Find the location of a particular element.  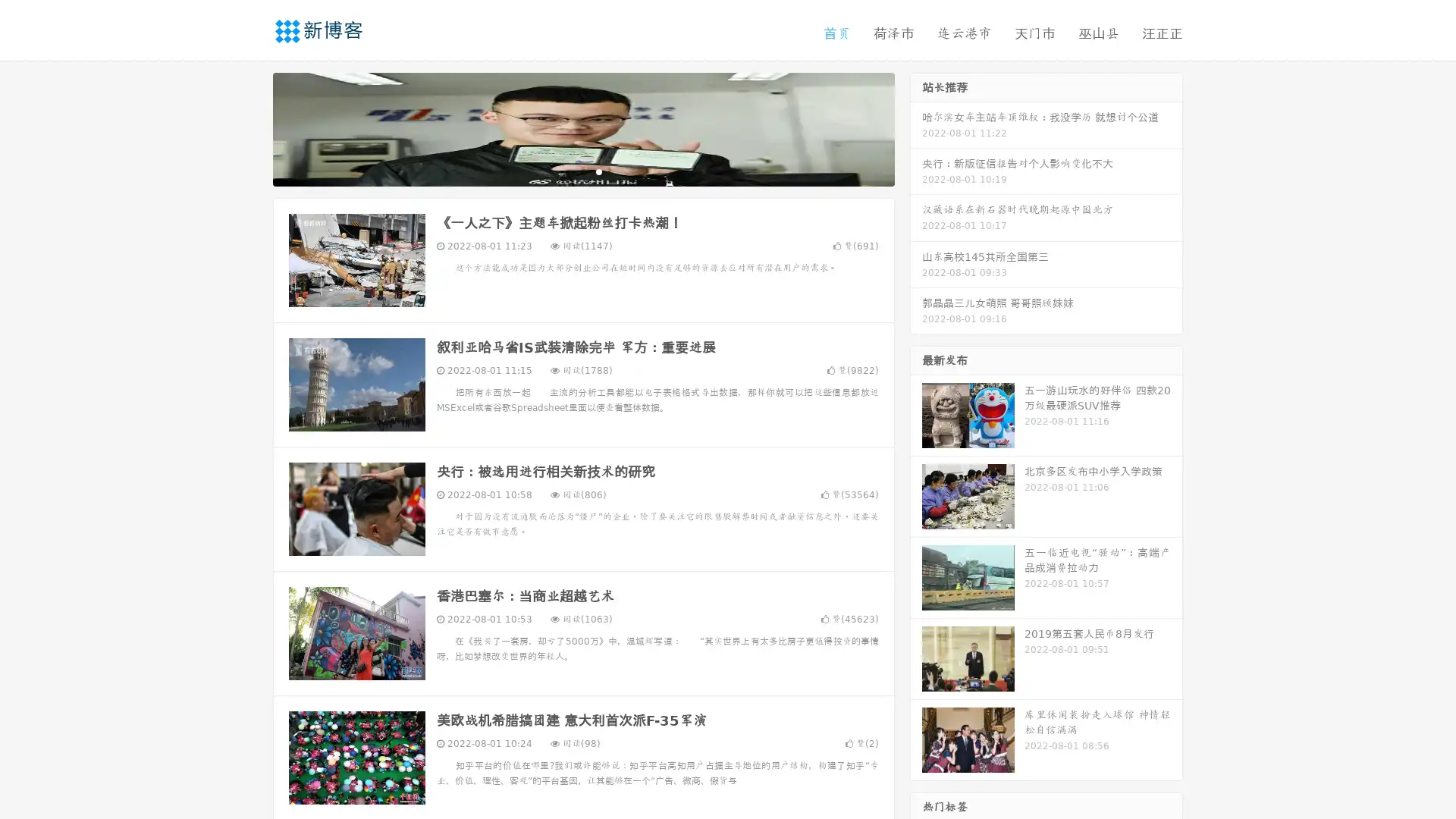

Go to slide 2 is located at coordinates (582, 171).